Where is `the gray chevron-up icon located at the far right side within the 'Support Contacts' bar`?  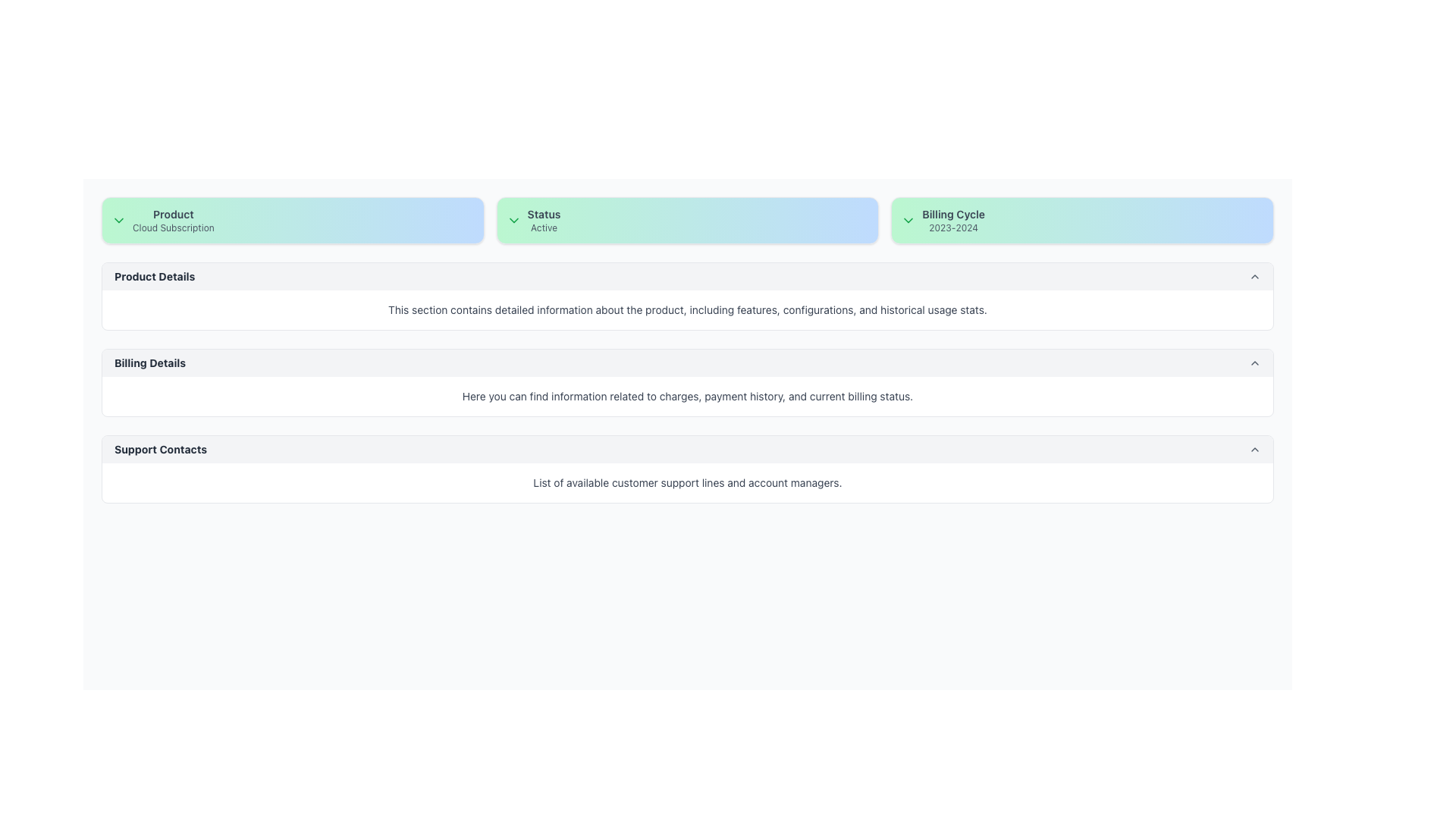
the gray chevron-up icon located at the far right side within the 'Support Contacts' bar is located at coordinates (1255, 449).